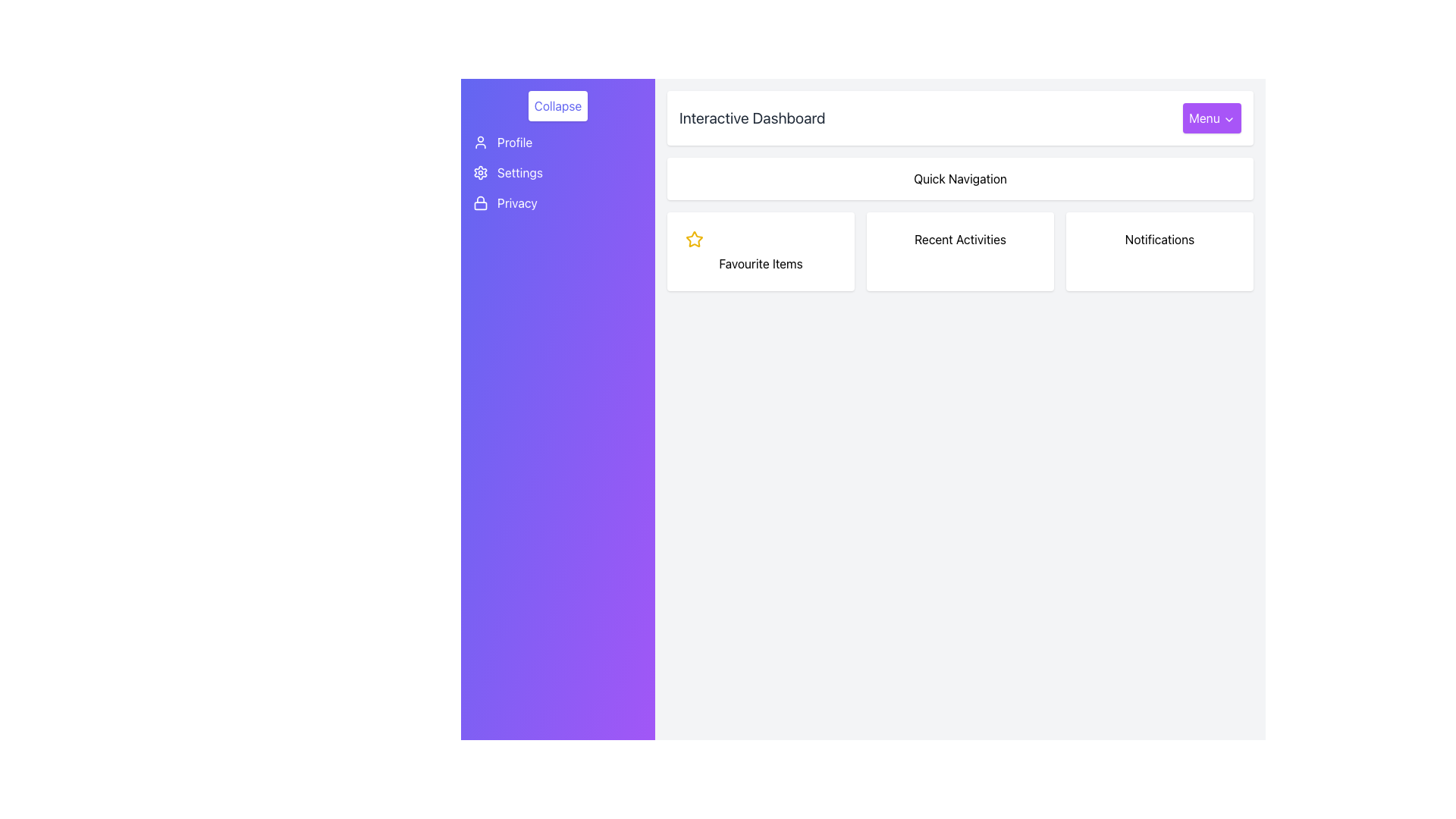 The image size is (1456, 819). What do you see at coordinates (1159, 250) in the screenshot?
I see `the 'Notifications' button, which is a rectangular button with a white background and rounded corners, located under the 'Quick Navigation' section, to the right of the 'Recent Activities' button` at bounding box center [1159, 250].